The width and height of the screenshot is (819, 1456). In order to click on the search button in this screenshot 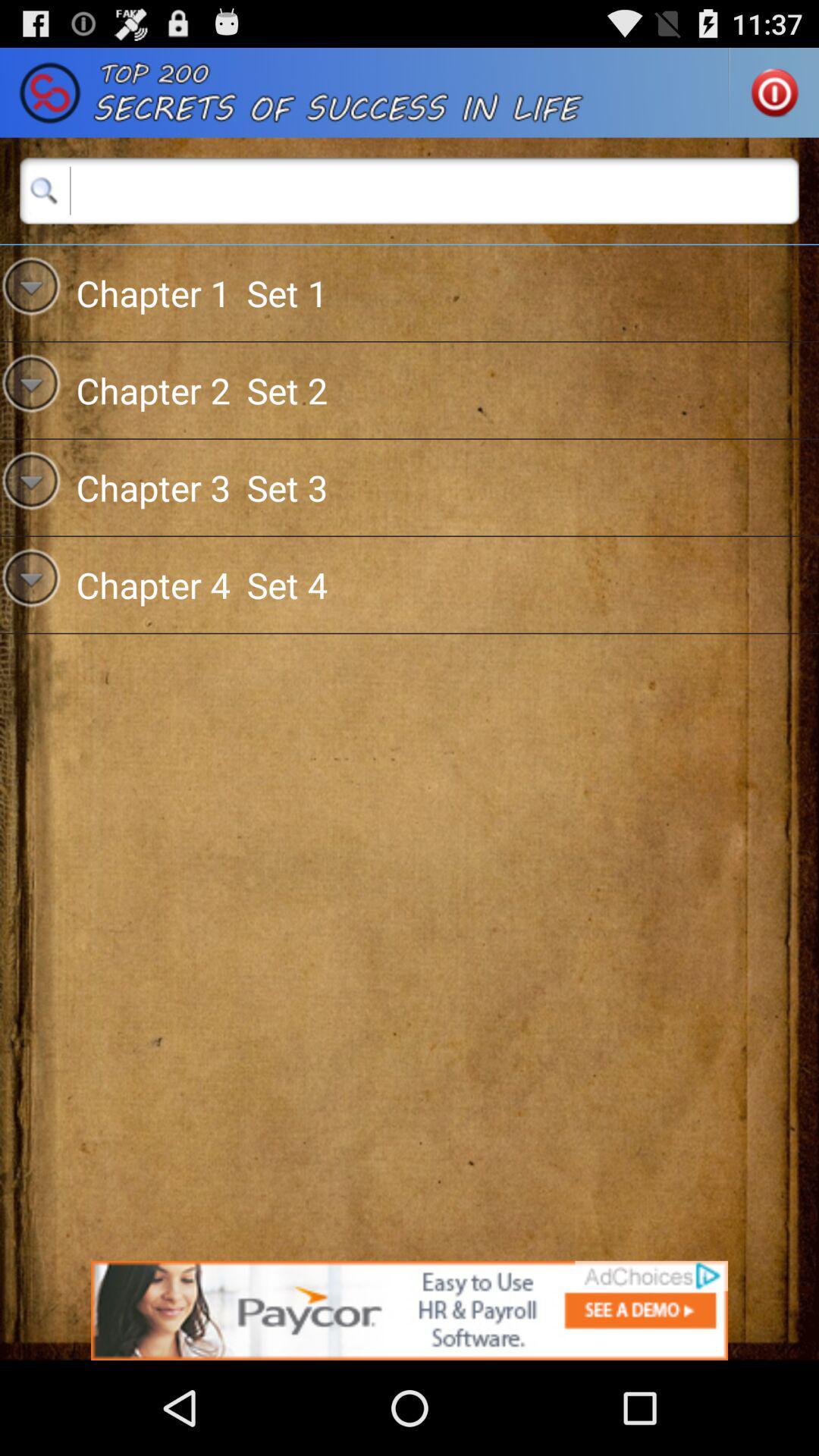, I will do `click(409, 190)`.